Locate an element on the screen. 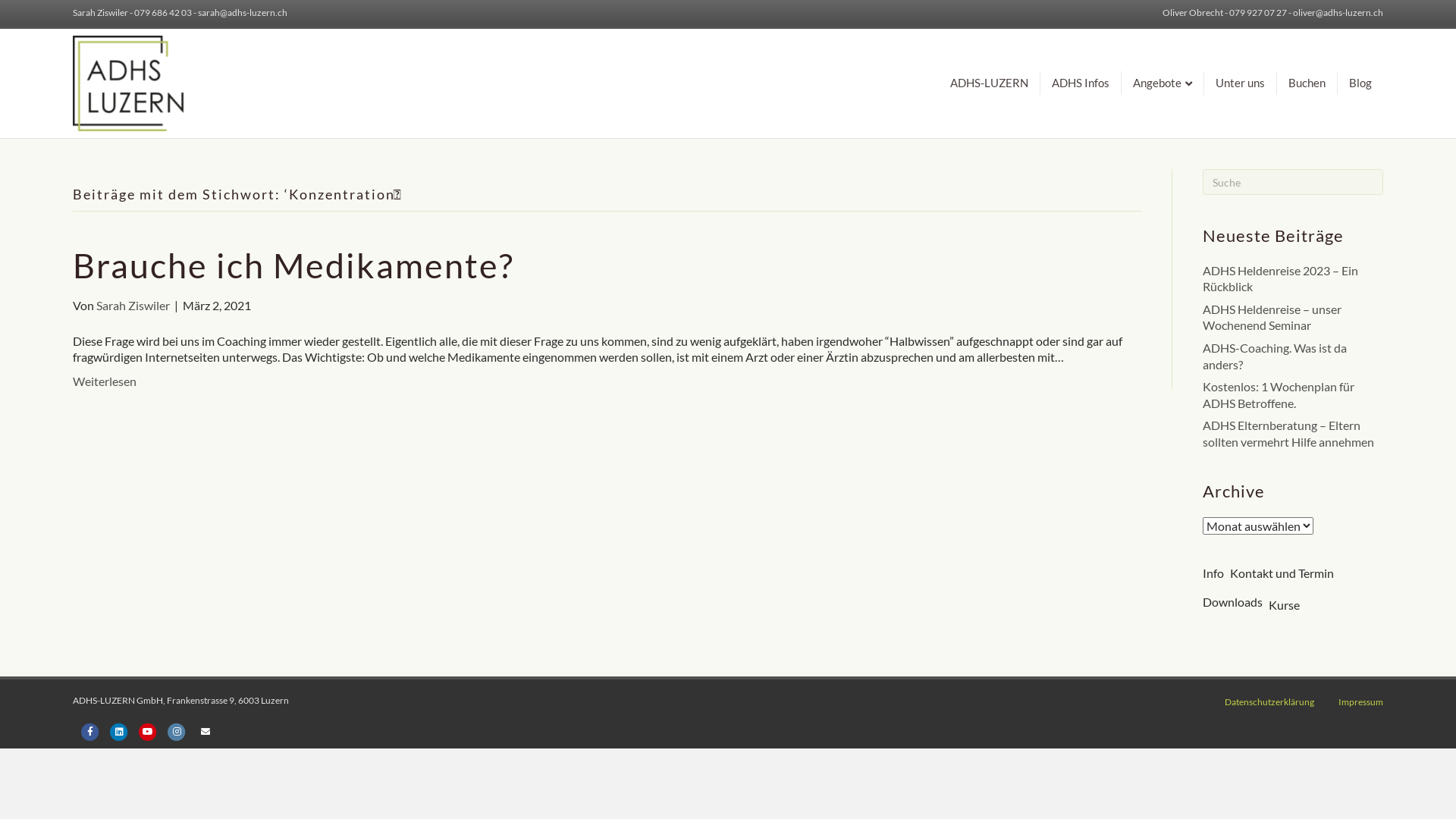  'Youtube' is located at coordinates (148, 730).